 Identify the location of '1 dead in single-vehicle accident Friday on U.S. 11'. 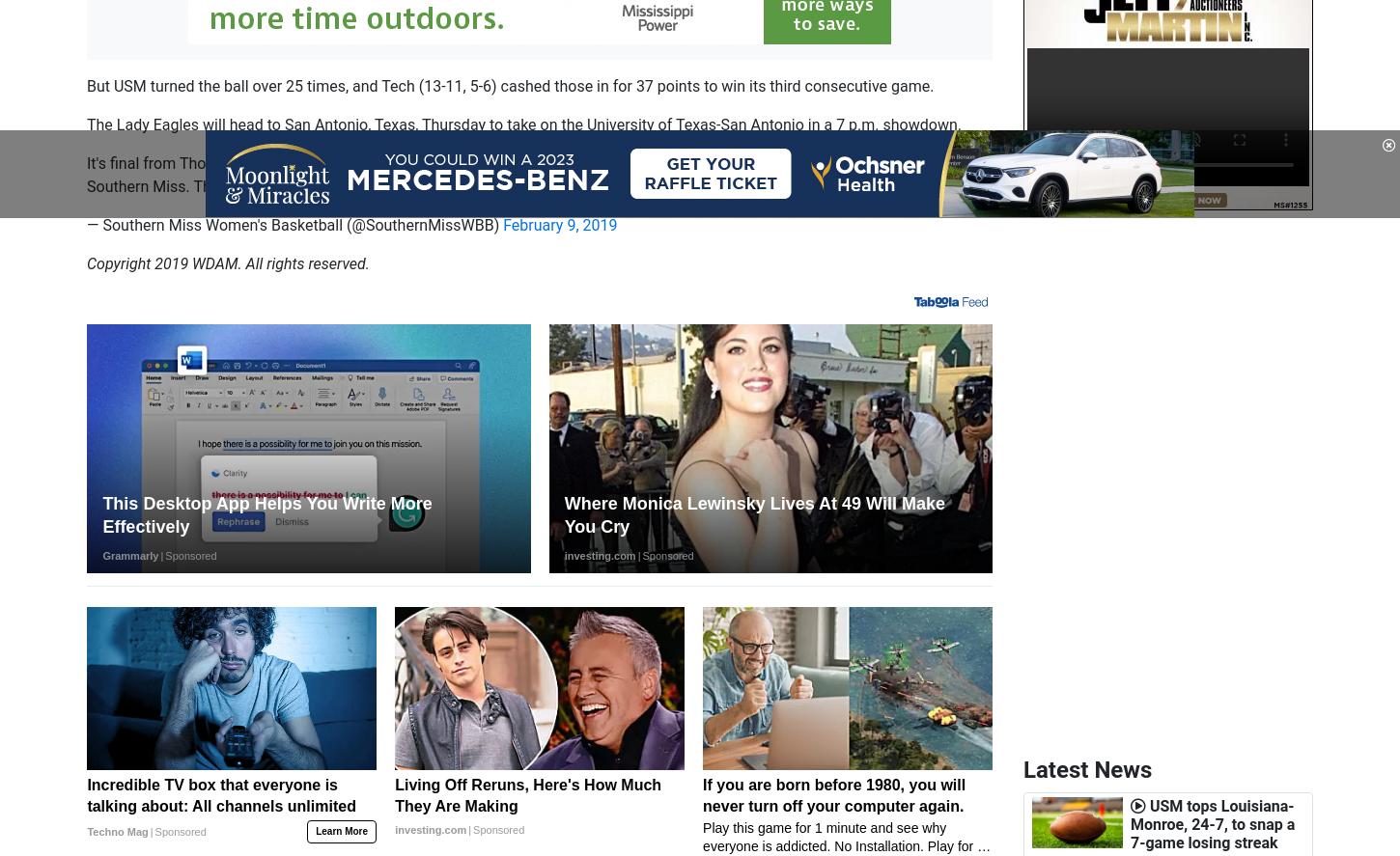
(1110, 141).